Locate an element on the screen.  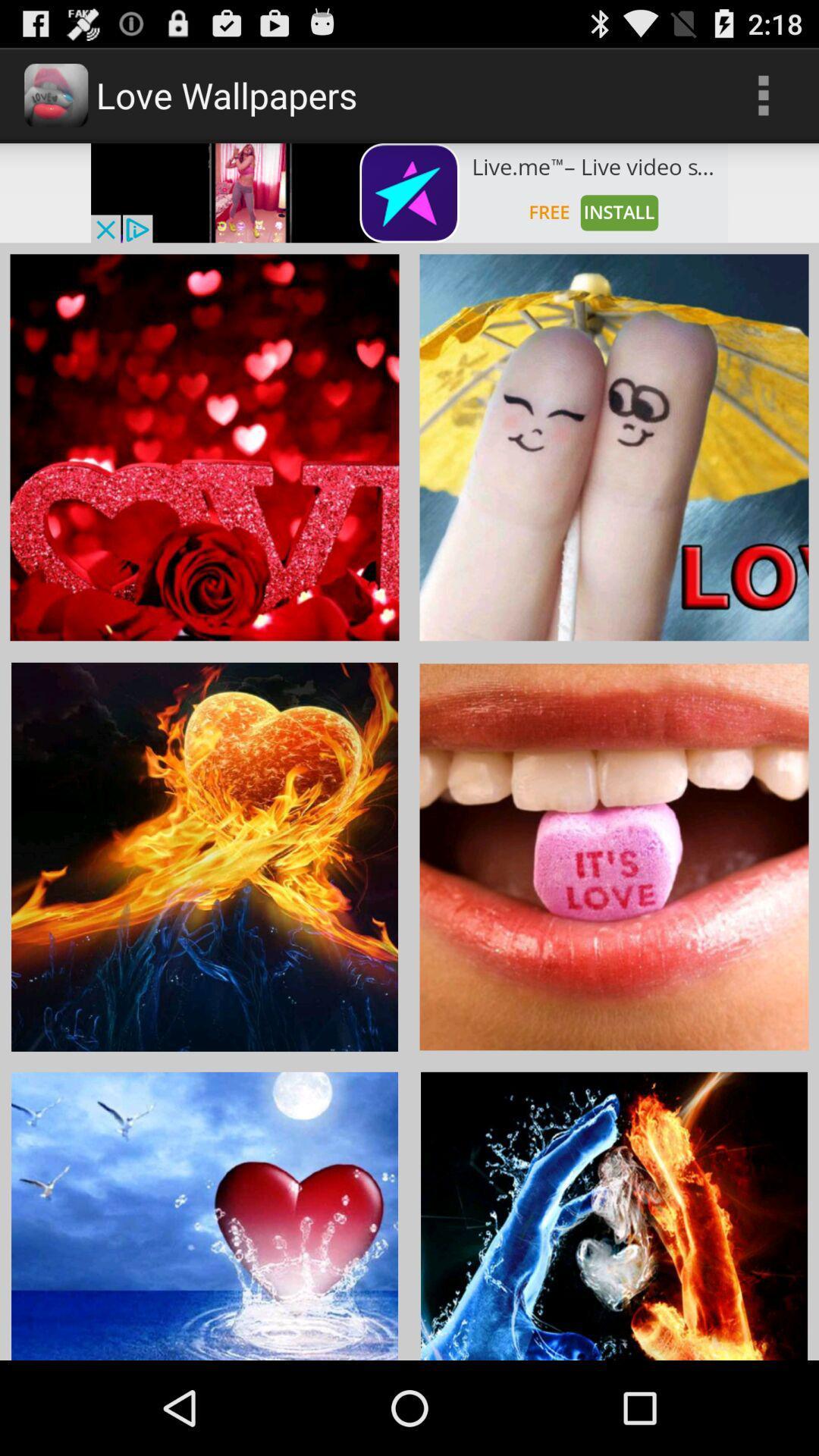
advertisement is located at coordinates (409, 192).